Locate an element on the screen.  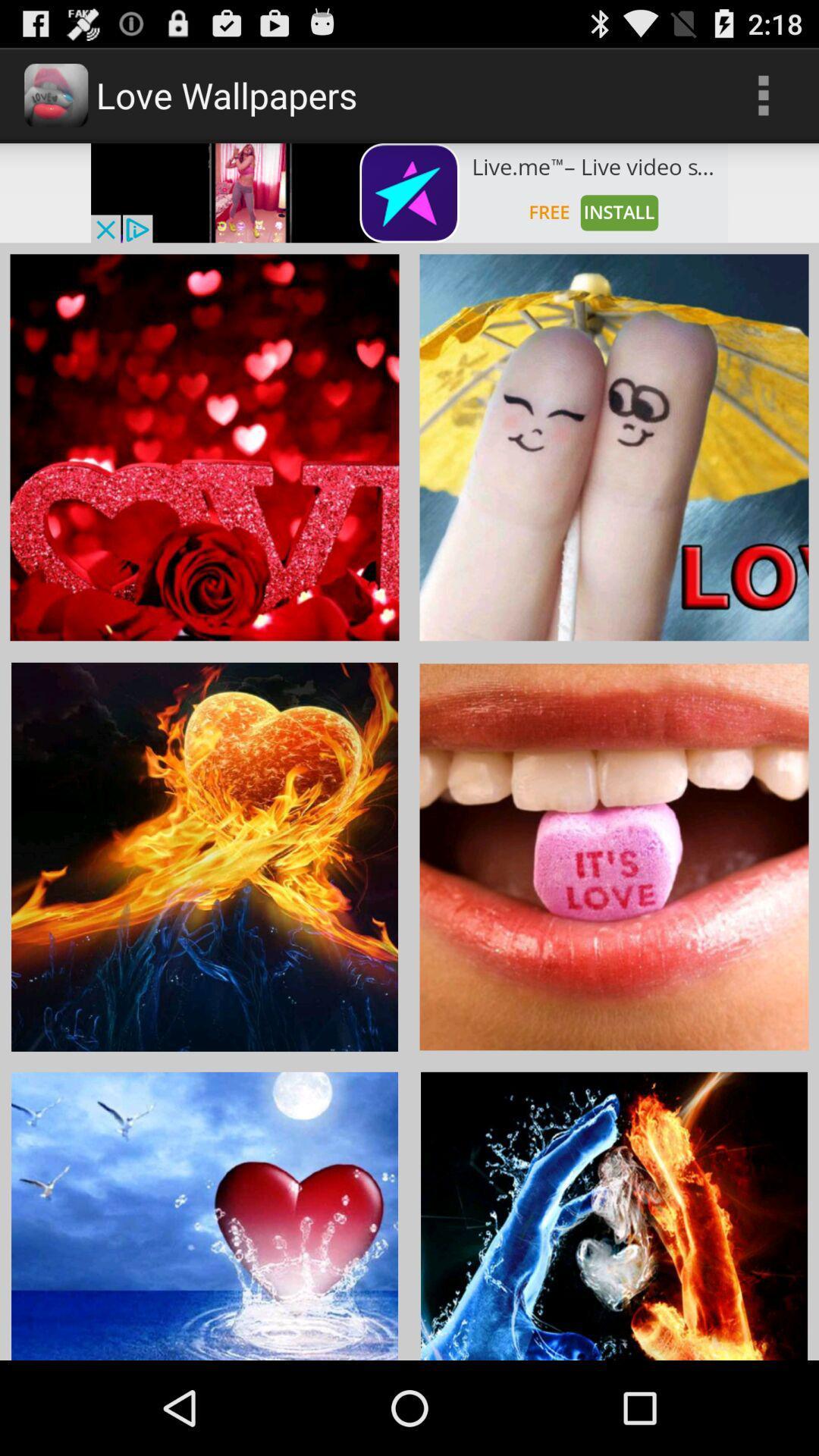
advertisement is located at coordinates (409, 192).